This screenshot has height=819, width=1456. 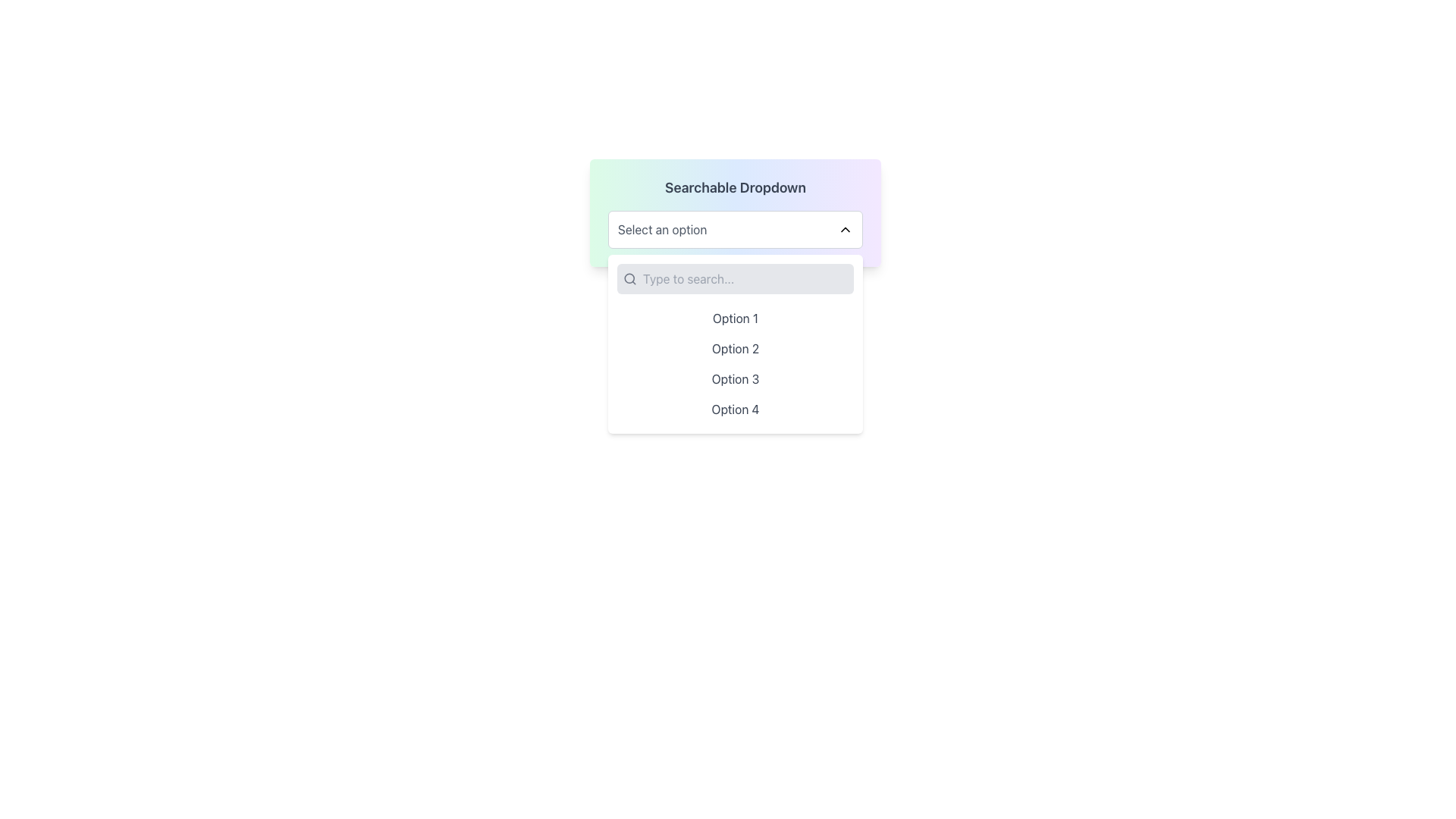 I want to click on the third selectable option in the dropdown menu, so click(x=735, y=378).